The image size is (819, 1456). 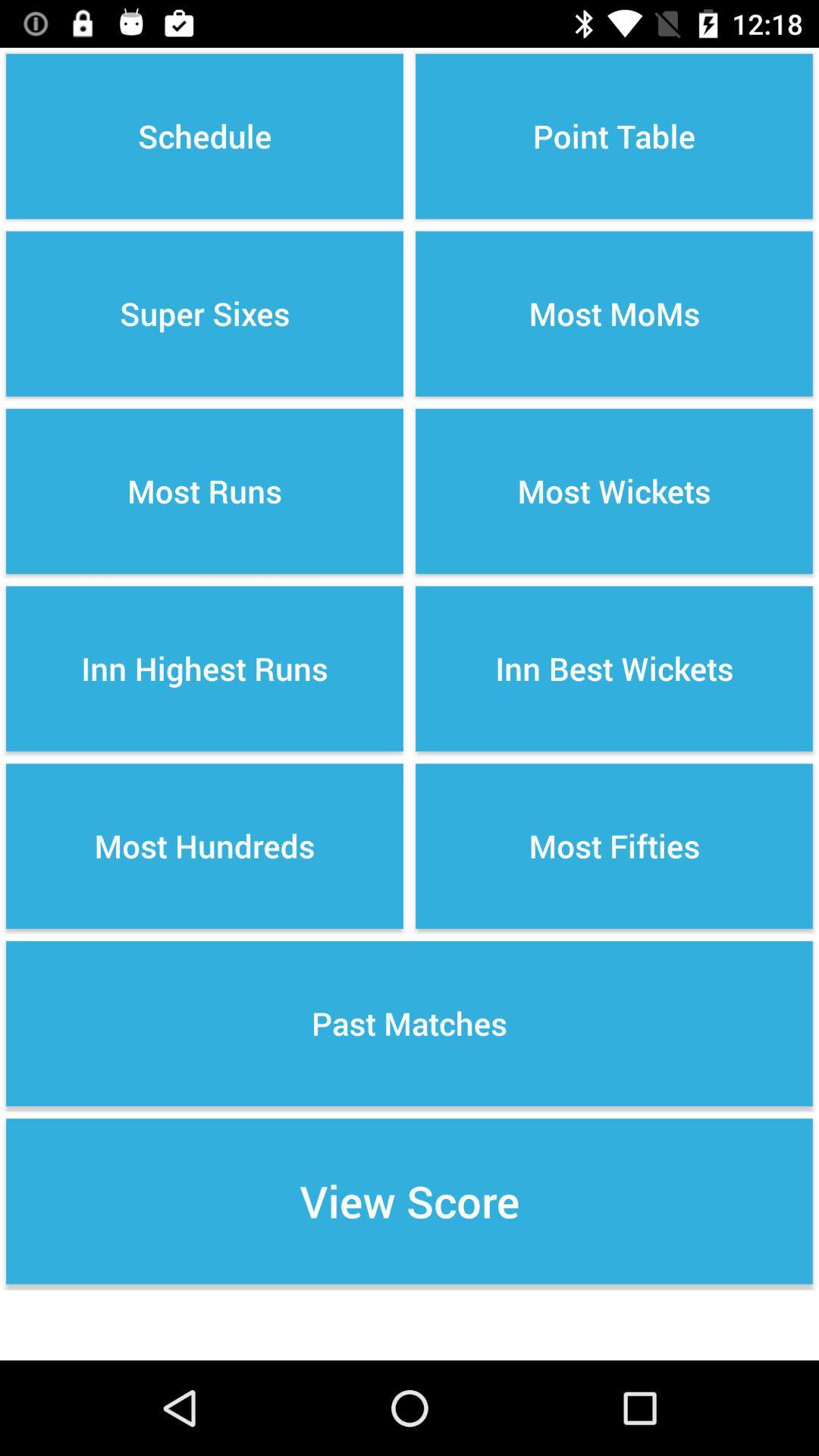 What do you see at coordinates (205, 668) in the screenshot?
I see `inn highest runs` at bounding box center [205, 668].